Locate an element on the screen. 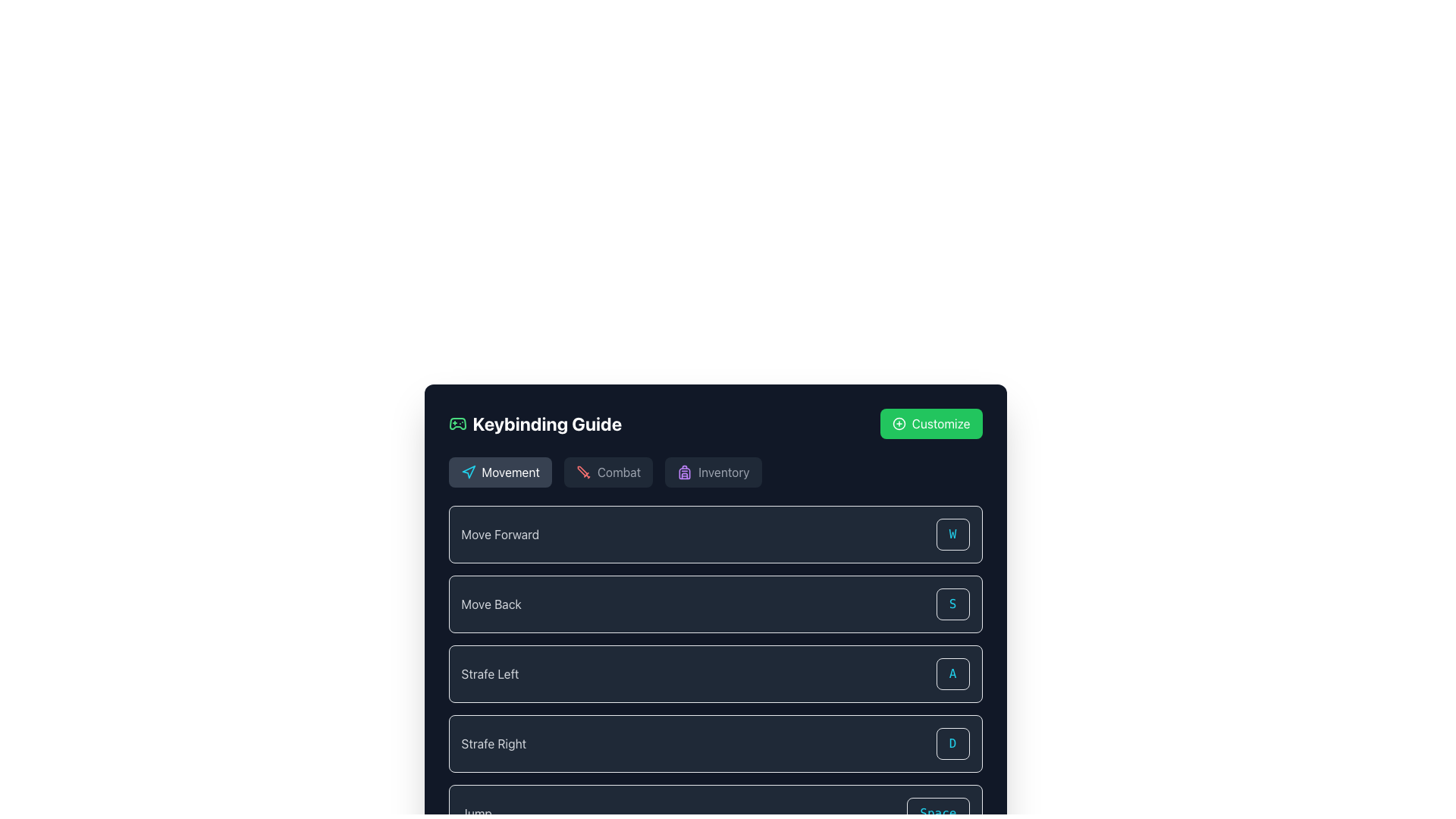 Image resolution: width=1456 pixels, height=819 pixels. the rounded rectangle-shaped button displaying the letter 'A' with a cyan border, located in the 'Strafe Left' section of the keybinding guide is located at coordinates (952, 673).